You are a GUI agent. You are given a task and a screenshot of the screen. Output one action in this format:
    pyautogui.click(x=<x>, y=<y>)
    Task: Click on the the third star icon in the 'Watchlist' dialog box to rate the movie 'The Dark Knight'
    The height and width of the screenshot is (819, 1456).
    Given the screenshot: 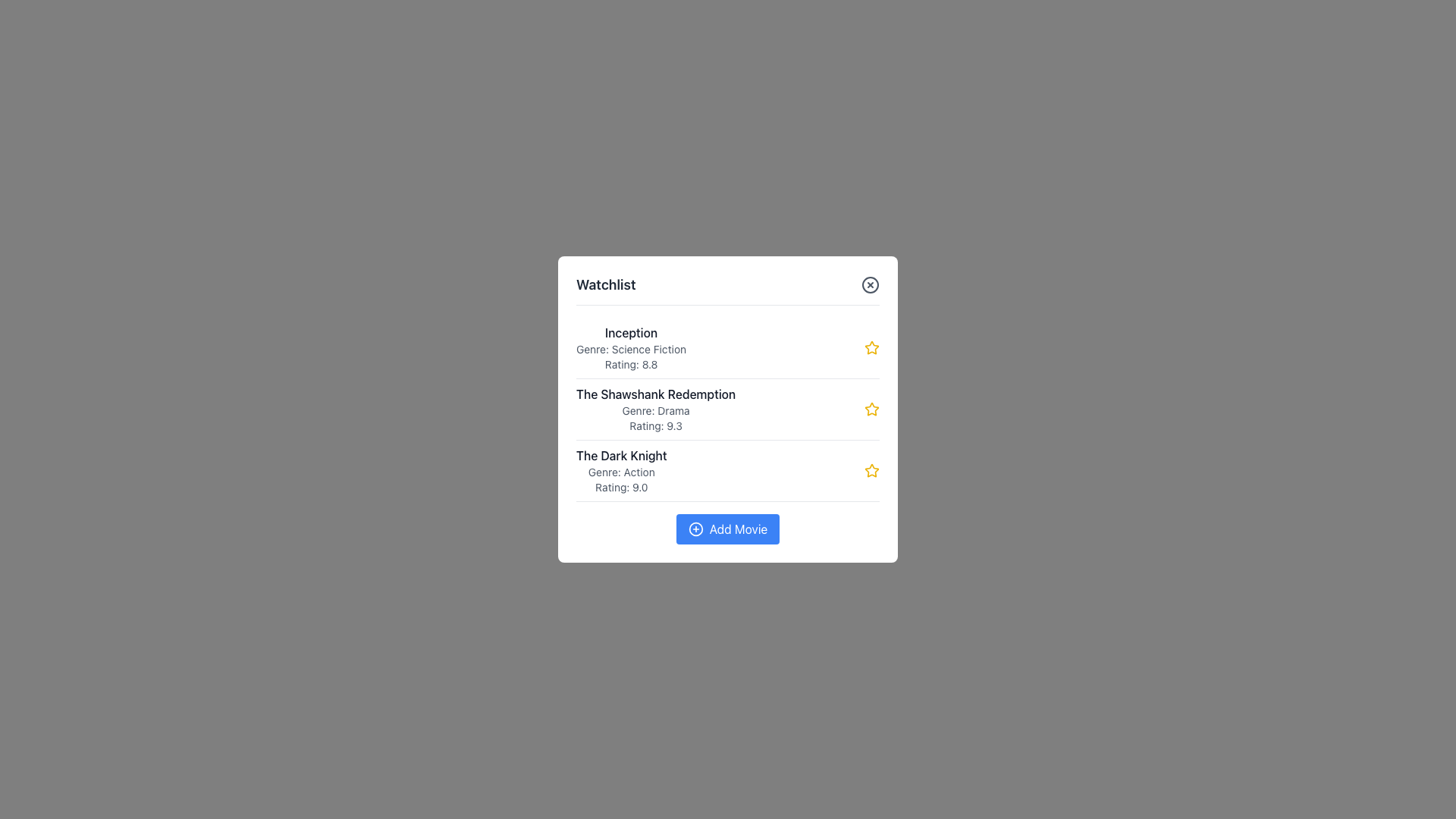 What is the action you would take?
    pyautogui.click(x=872, y=470)
    